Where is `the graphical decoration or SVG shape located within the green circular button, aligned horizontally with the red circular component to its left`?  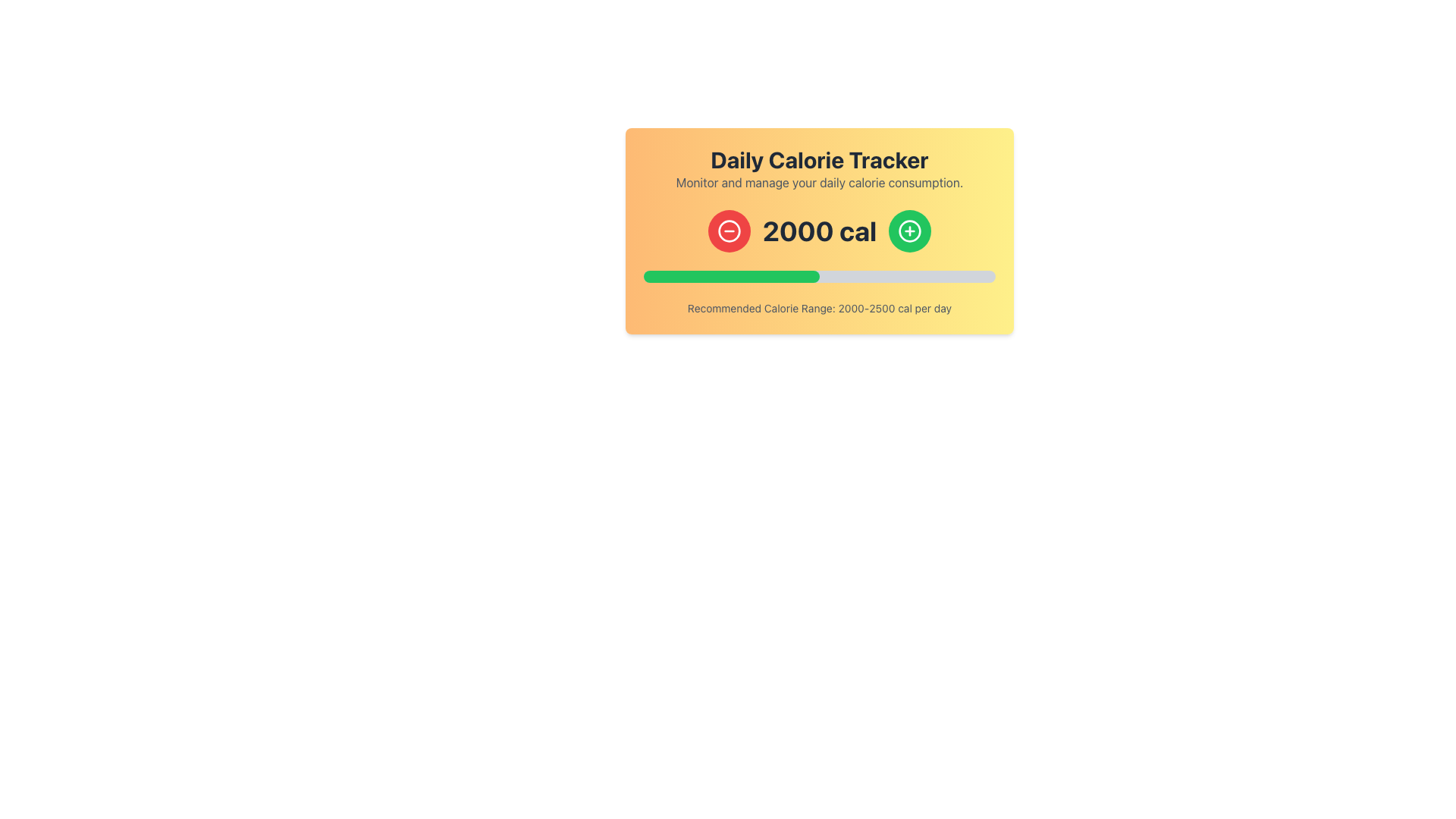
the graphical decoration or SVG shape located within the green circular button, aligned horizontally with the red circular component to its left is located at coordinates (910, 231).